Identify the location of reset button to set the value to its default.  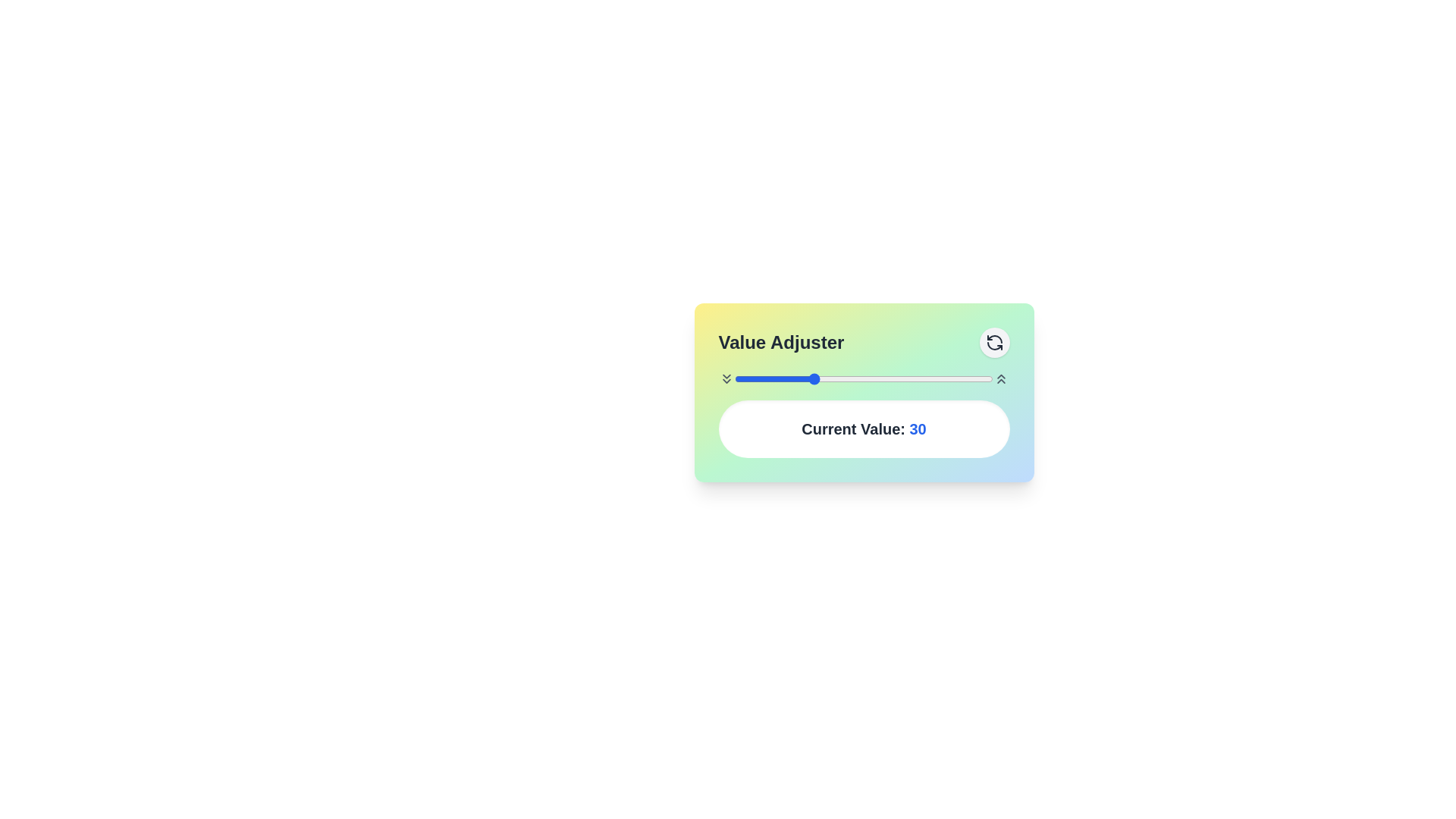
(994, 342).